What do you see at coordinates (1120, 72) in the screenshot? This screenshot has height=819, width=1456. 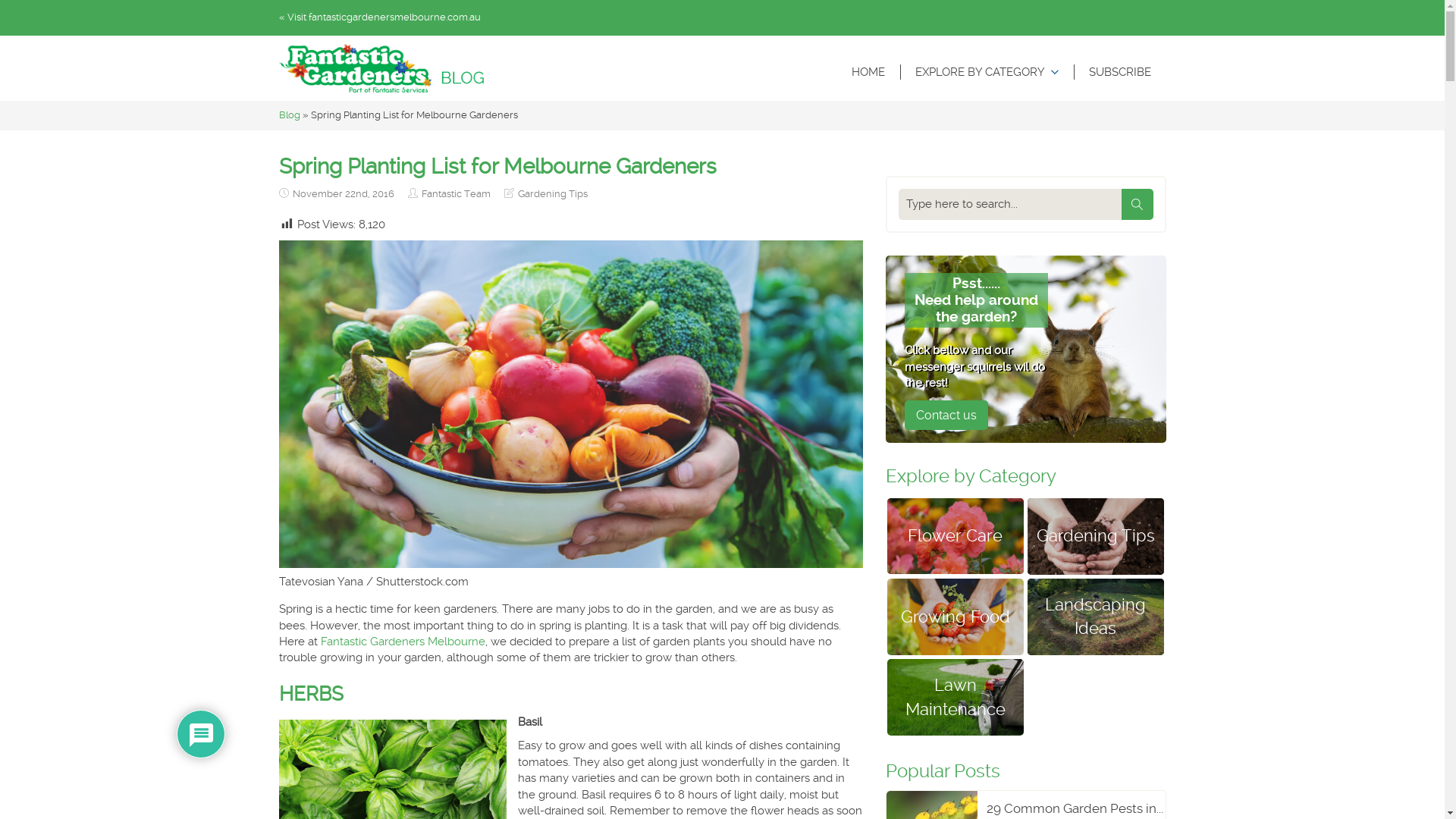 I see `'SUBSCRIBE'` at bounding box center [1120, 72].